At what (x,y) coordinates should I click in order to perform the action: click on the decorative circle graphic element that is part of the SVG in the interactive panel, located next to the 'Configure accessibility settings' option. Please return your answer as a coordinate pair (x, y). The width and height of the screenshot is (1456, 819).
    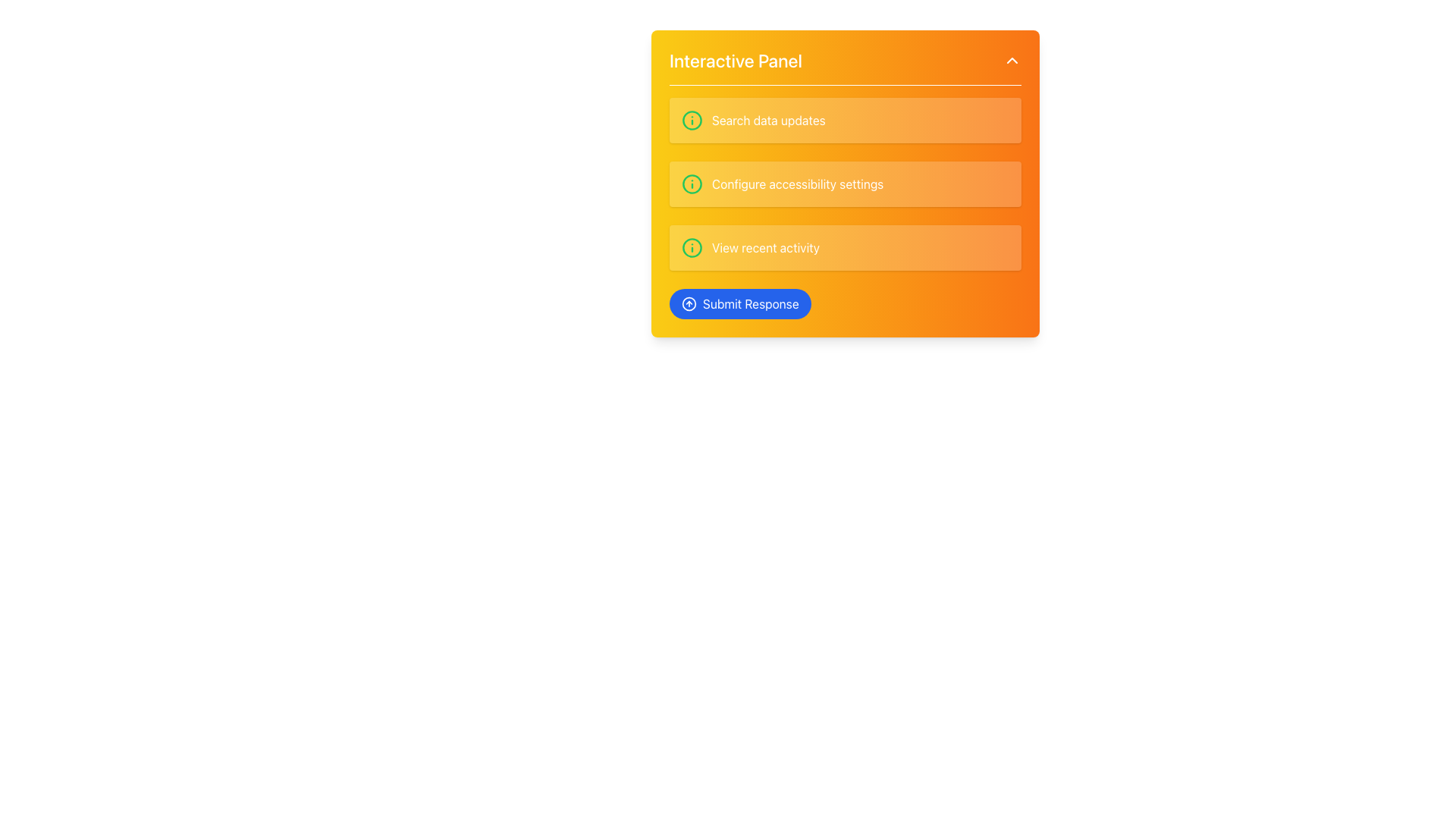
    Looking at the image, I should click on (691, 119).